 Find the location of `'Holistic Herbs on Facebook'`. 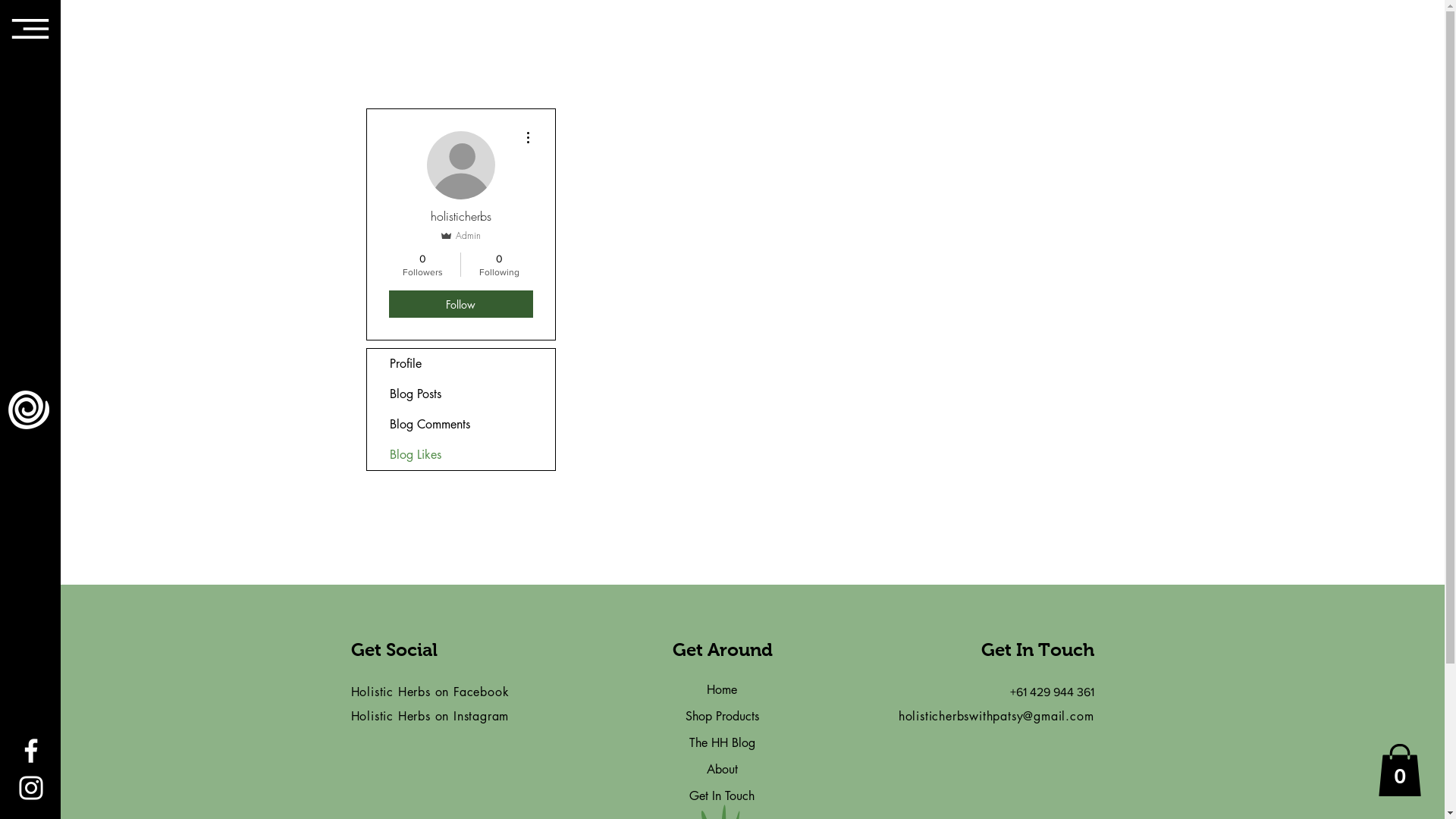

'Holistic Herbs on Facebook' is located at coordinates (428, 692).